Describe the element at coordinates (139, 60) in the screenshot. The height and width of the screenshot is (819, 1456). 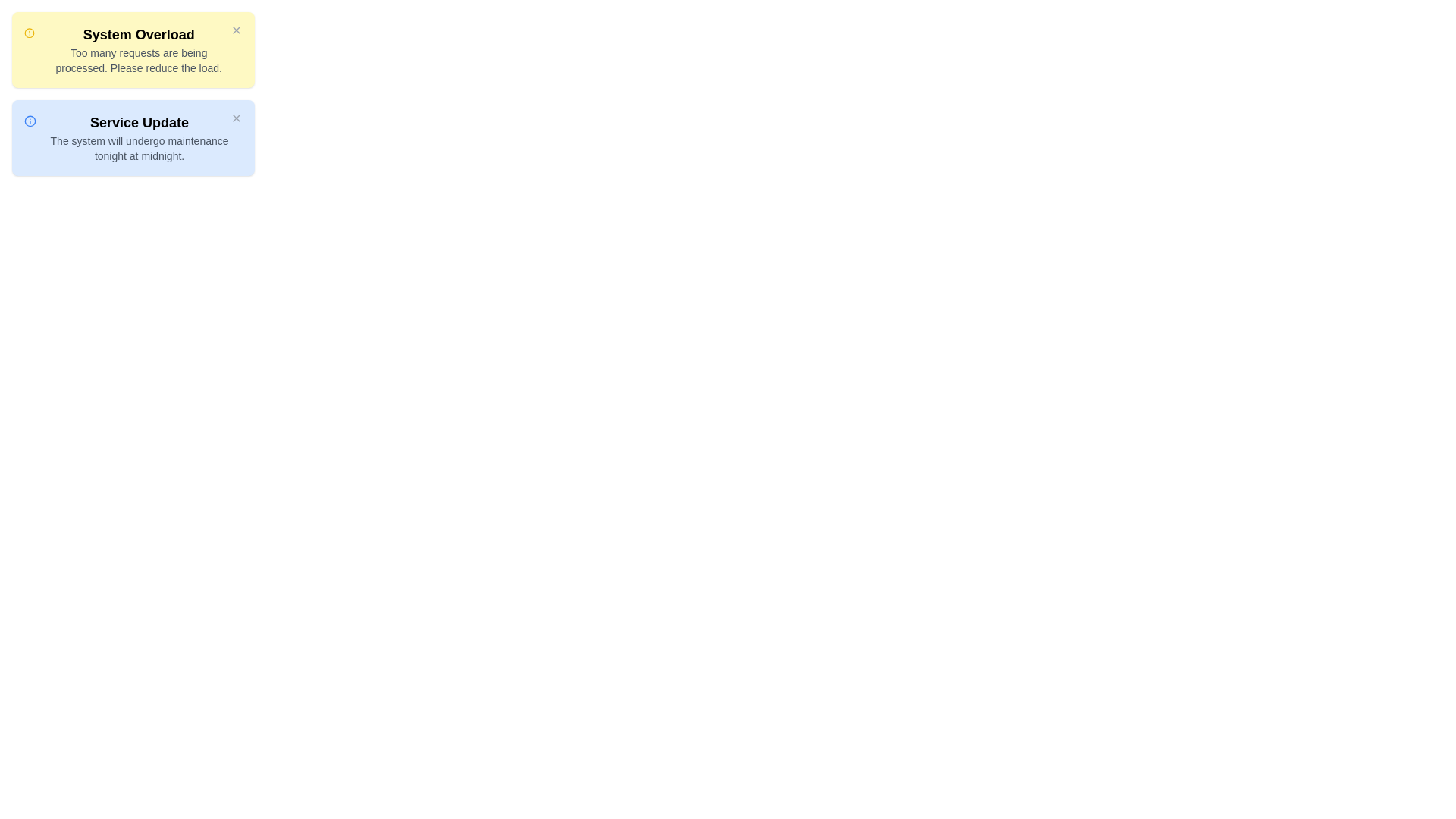
I see `displayed information from the static text block located below the 'System Overload' notification header in the yellow notification box` at that location.